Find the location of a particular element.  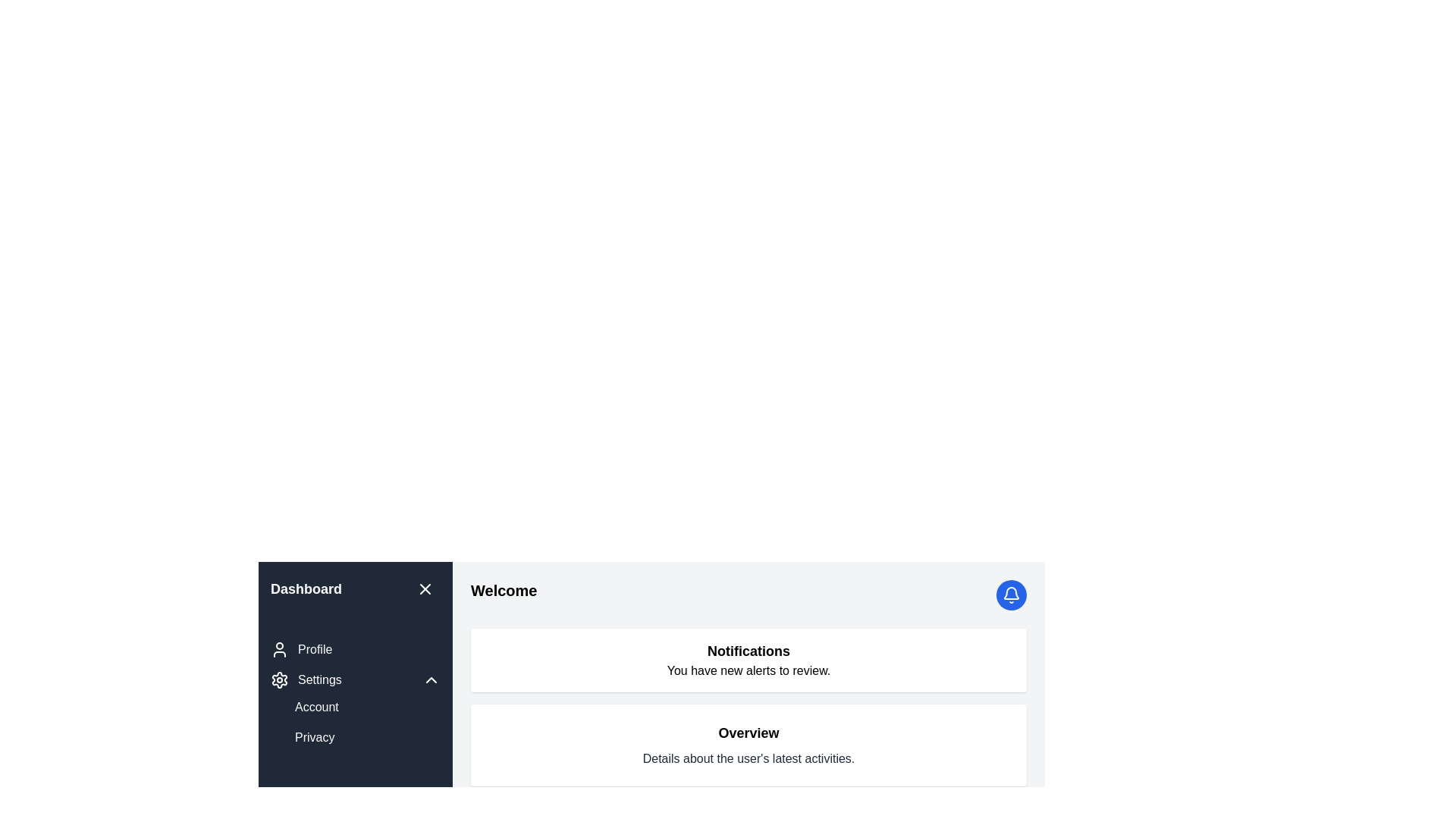

the descriptive text that provides context about user-related activities located under the 'Overview' title in the 'Notifications' section is located at coordinates (748, 759).